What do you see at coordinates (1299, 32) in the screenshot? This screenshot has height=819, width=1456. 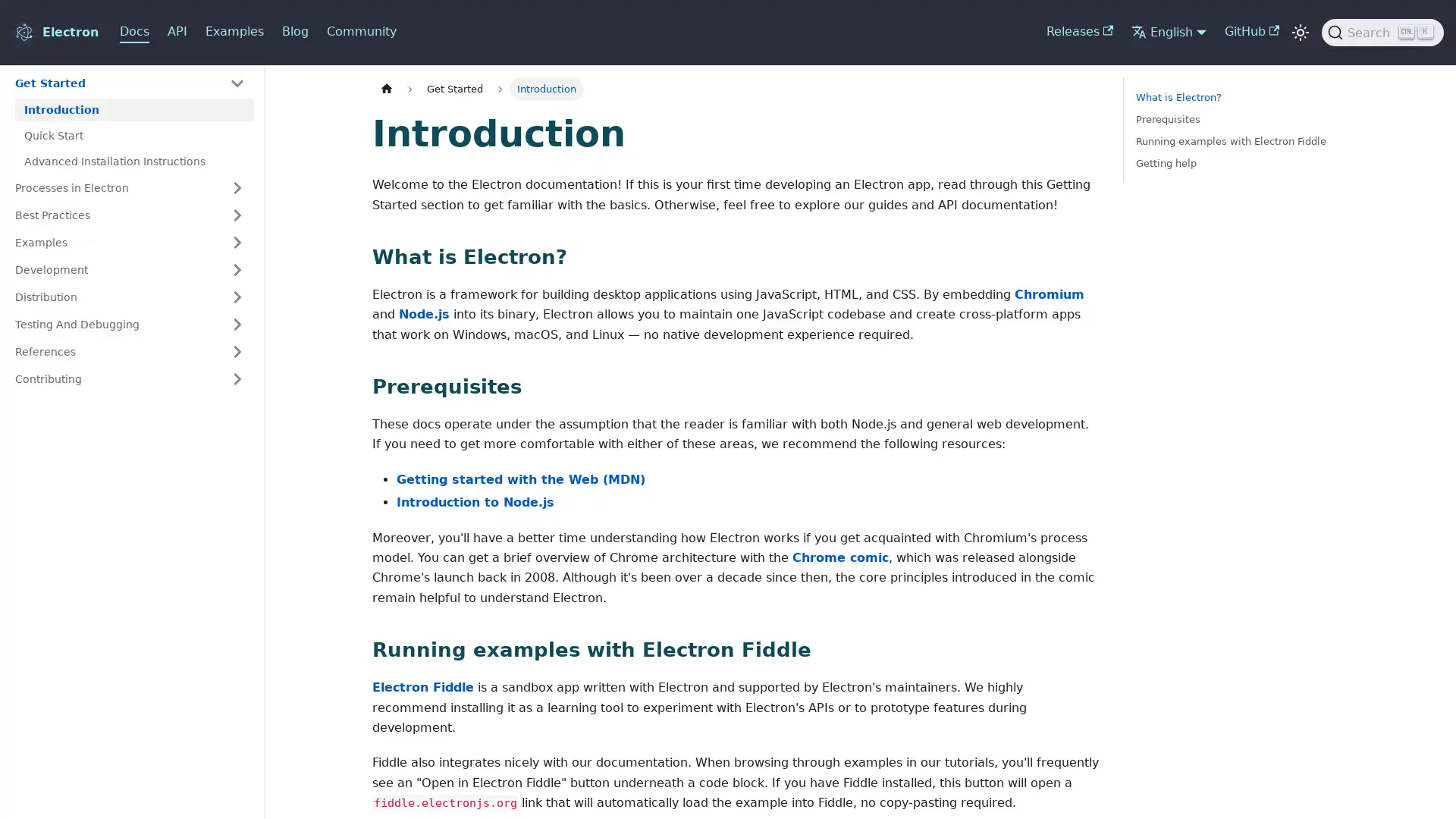 I see `Switch between dark and light mode (currently light mode)` at bounding box center [1299, 32].